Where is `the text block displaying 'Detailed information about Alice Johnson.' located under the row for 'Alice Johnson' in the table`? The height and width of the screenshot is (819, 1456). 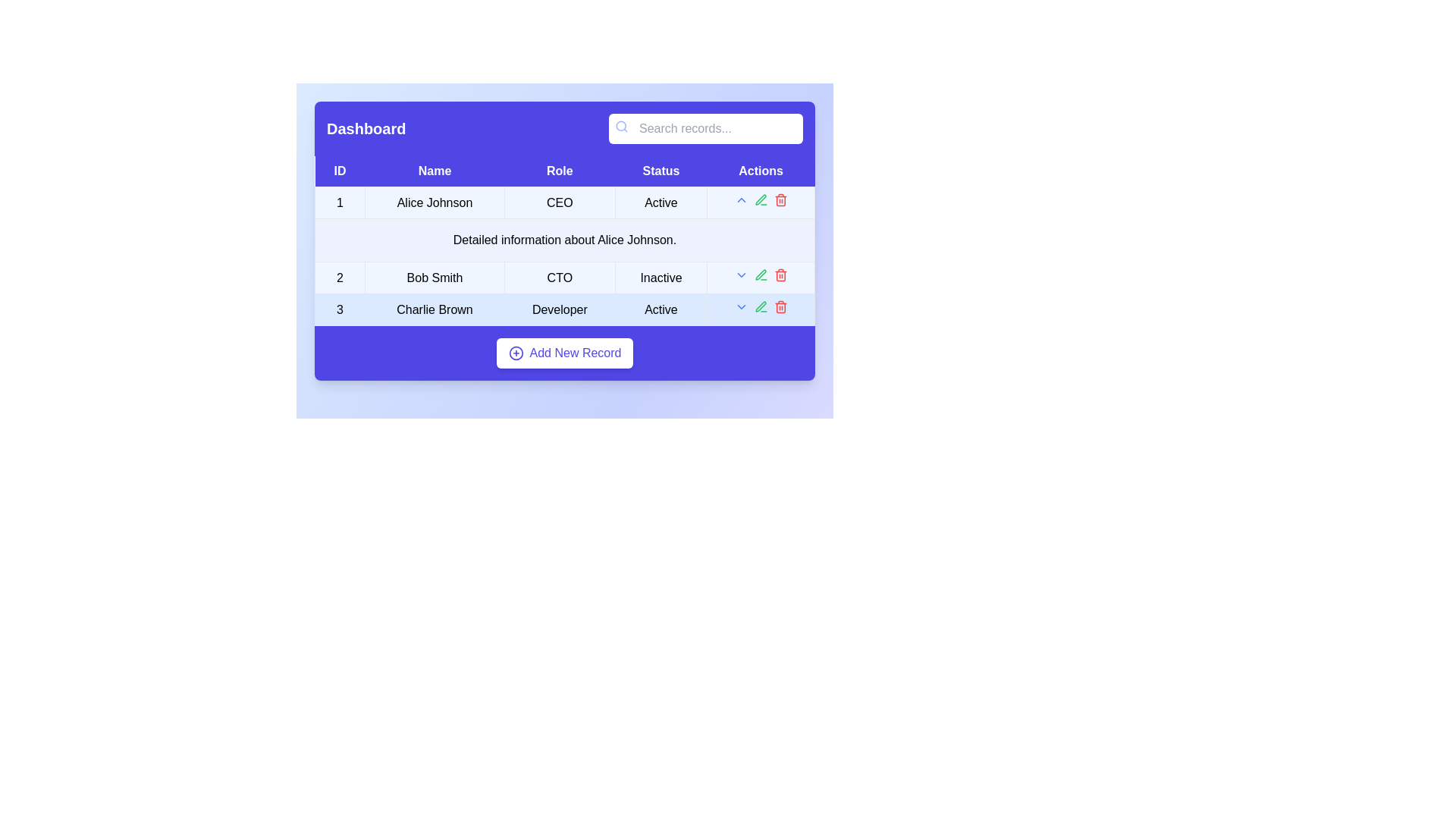
the text block displaying 'Detailed information about Alice Johnson.' located under the row for 'Alice Johnson' in the table is located at coordinates (563, 239).